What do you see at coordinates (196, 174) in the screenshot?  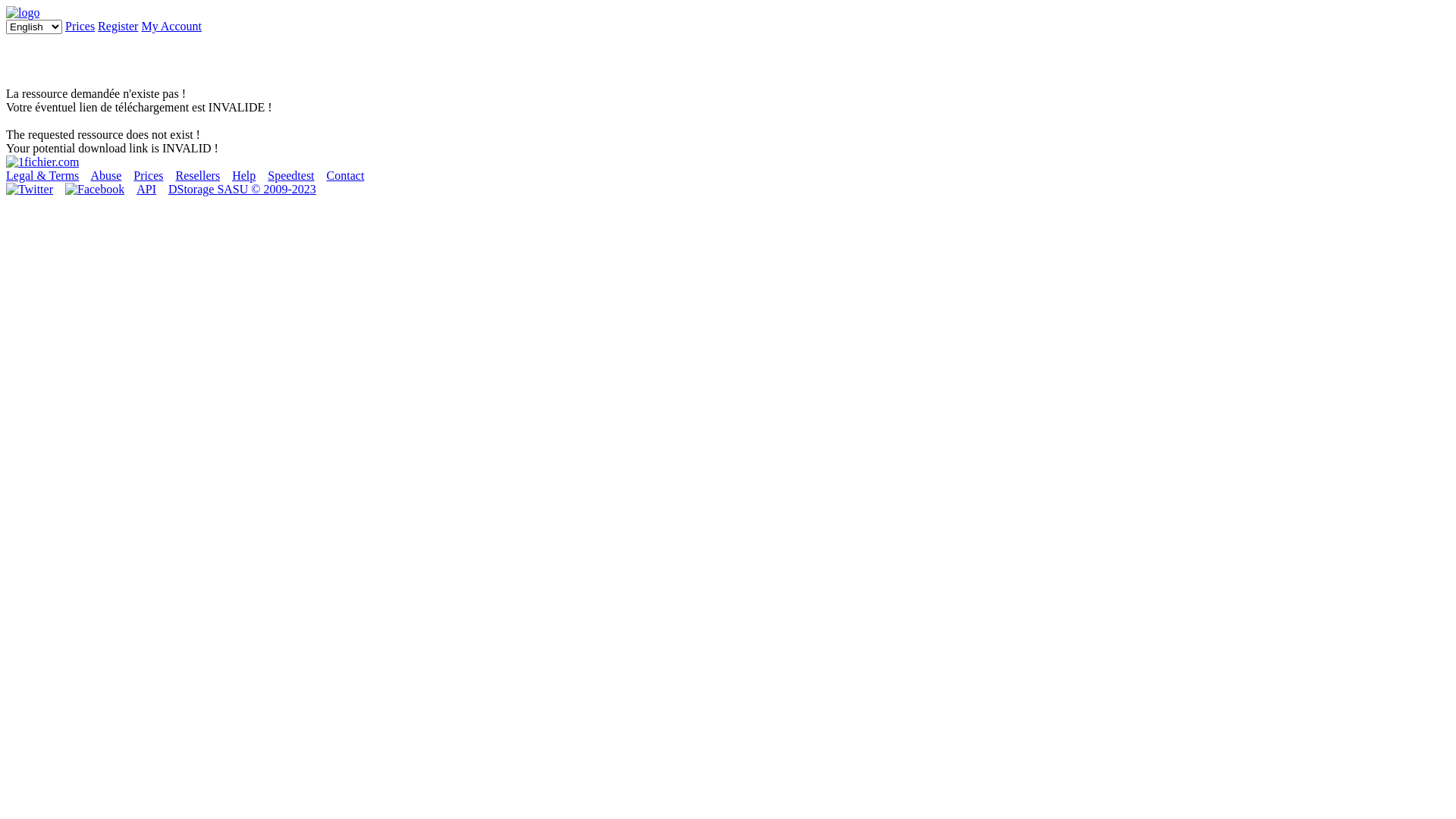 I see `'Resellers'` at bounding box center [196, 174].